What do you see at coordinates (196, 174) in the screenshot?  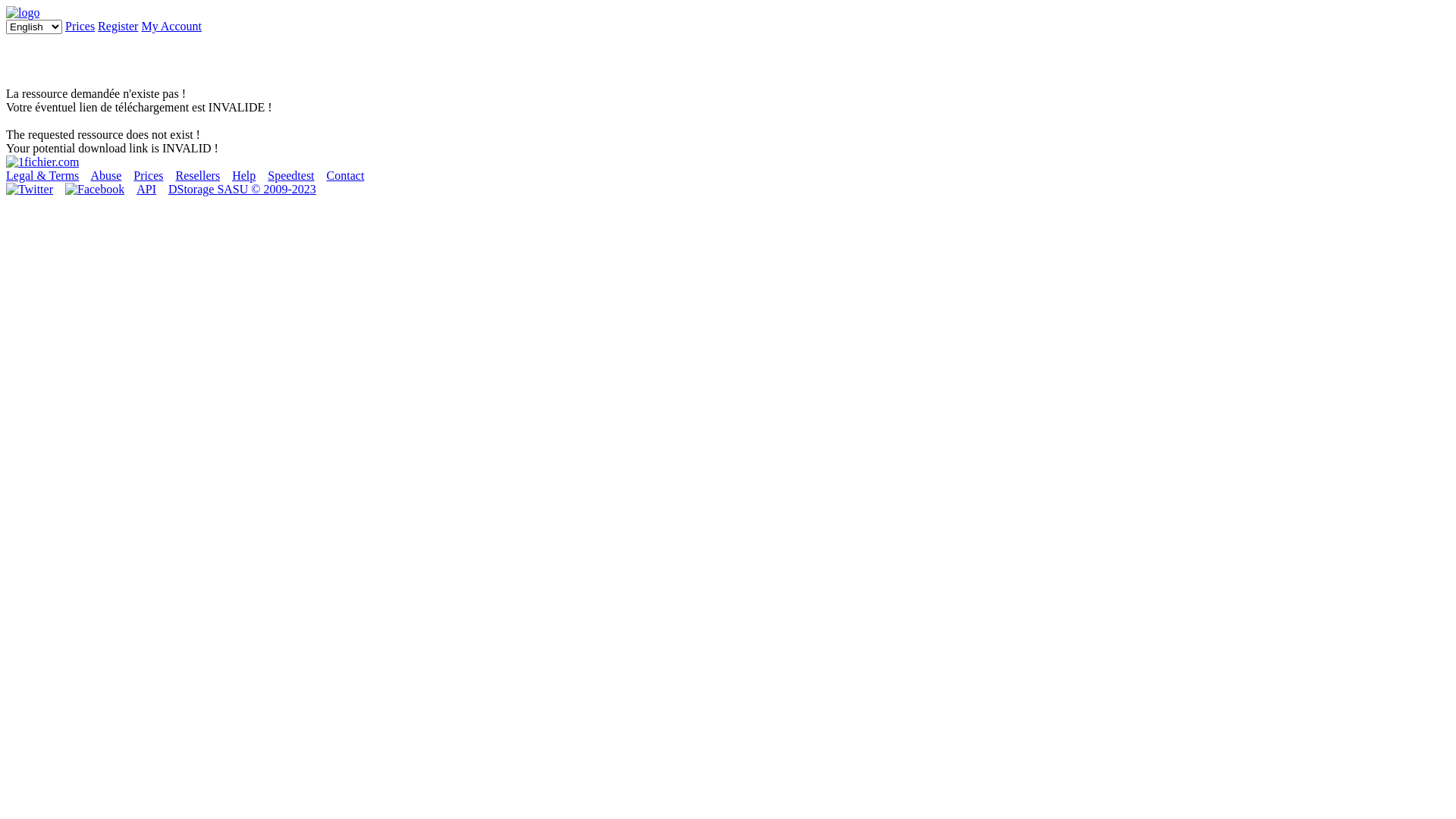 I see `'Resellers'` at bounding box center [196, 174].